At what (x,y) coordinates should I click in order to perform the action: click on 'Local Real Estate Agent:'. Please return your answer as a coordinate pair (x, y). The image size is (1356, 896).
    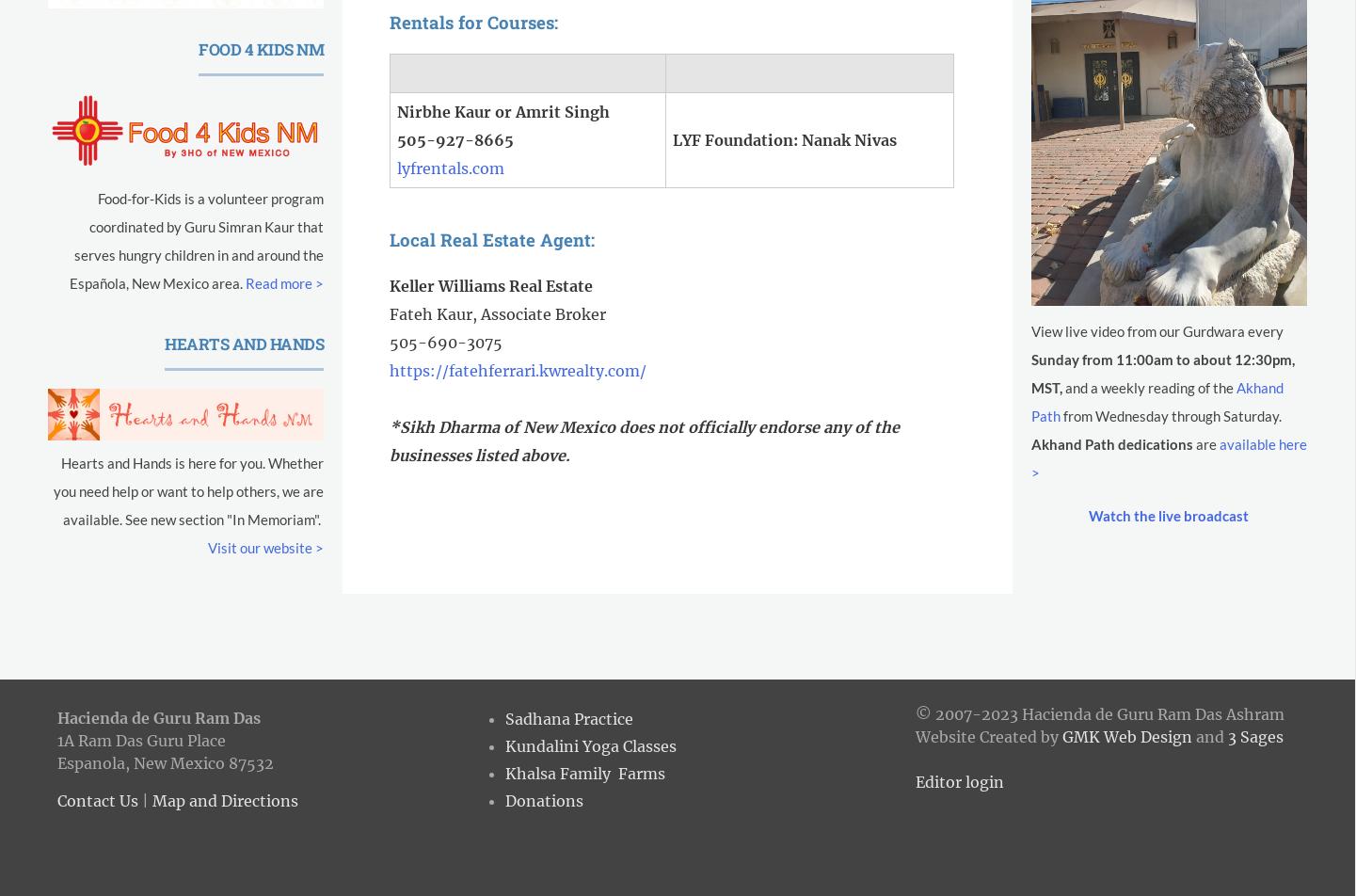
    Looking at the image, I should click on (389, 239).